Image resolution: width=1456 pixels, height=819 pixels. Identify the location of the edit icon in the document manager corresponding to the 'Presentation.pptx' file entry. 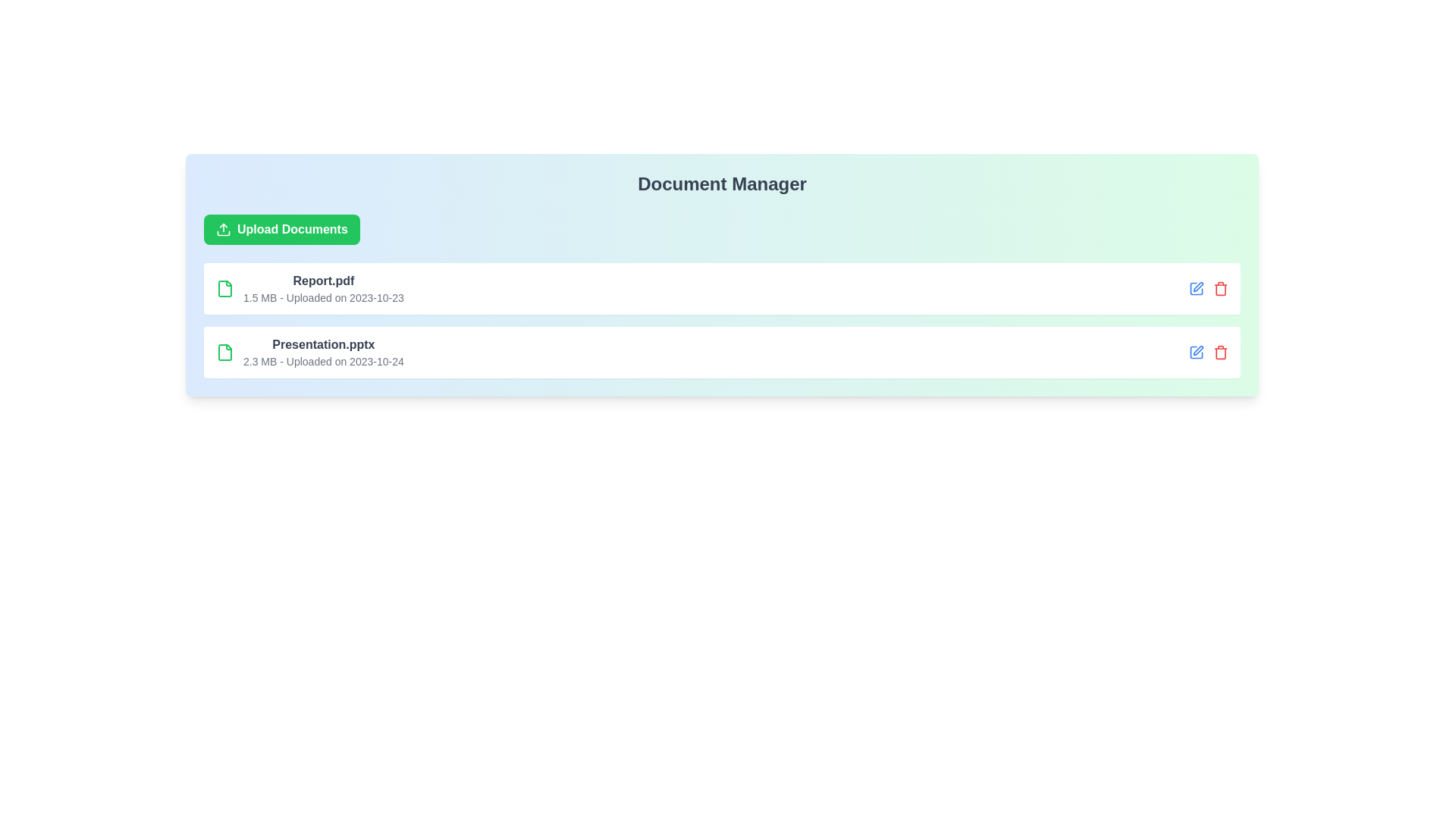
(1197, 350).